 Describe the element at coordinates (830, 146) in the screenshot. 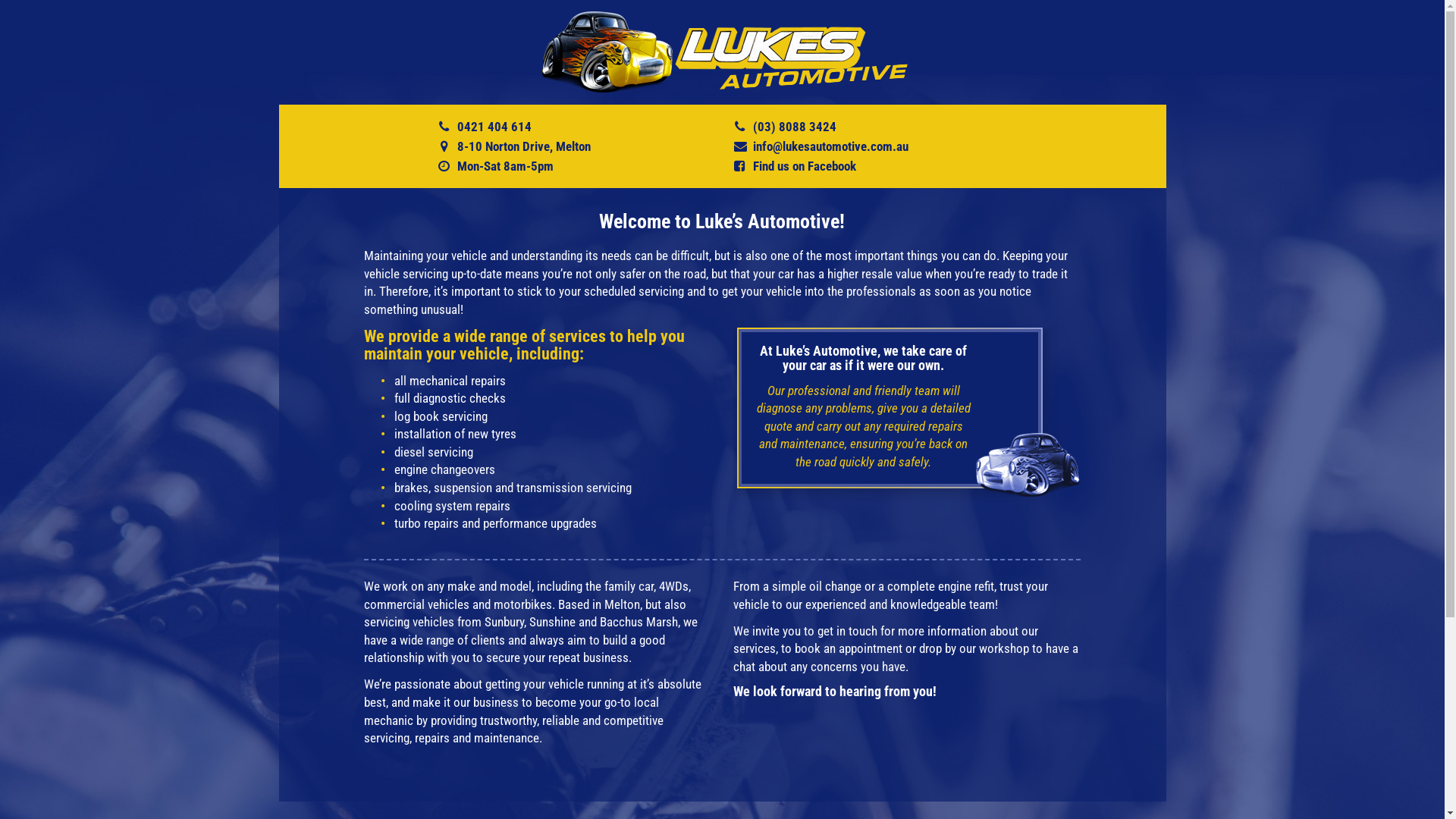

I see `'info@lukesautomotive.com.au'` at that location.